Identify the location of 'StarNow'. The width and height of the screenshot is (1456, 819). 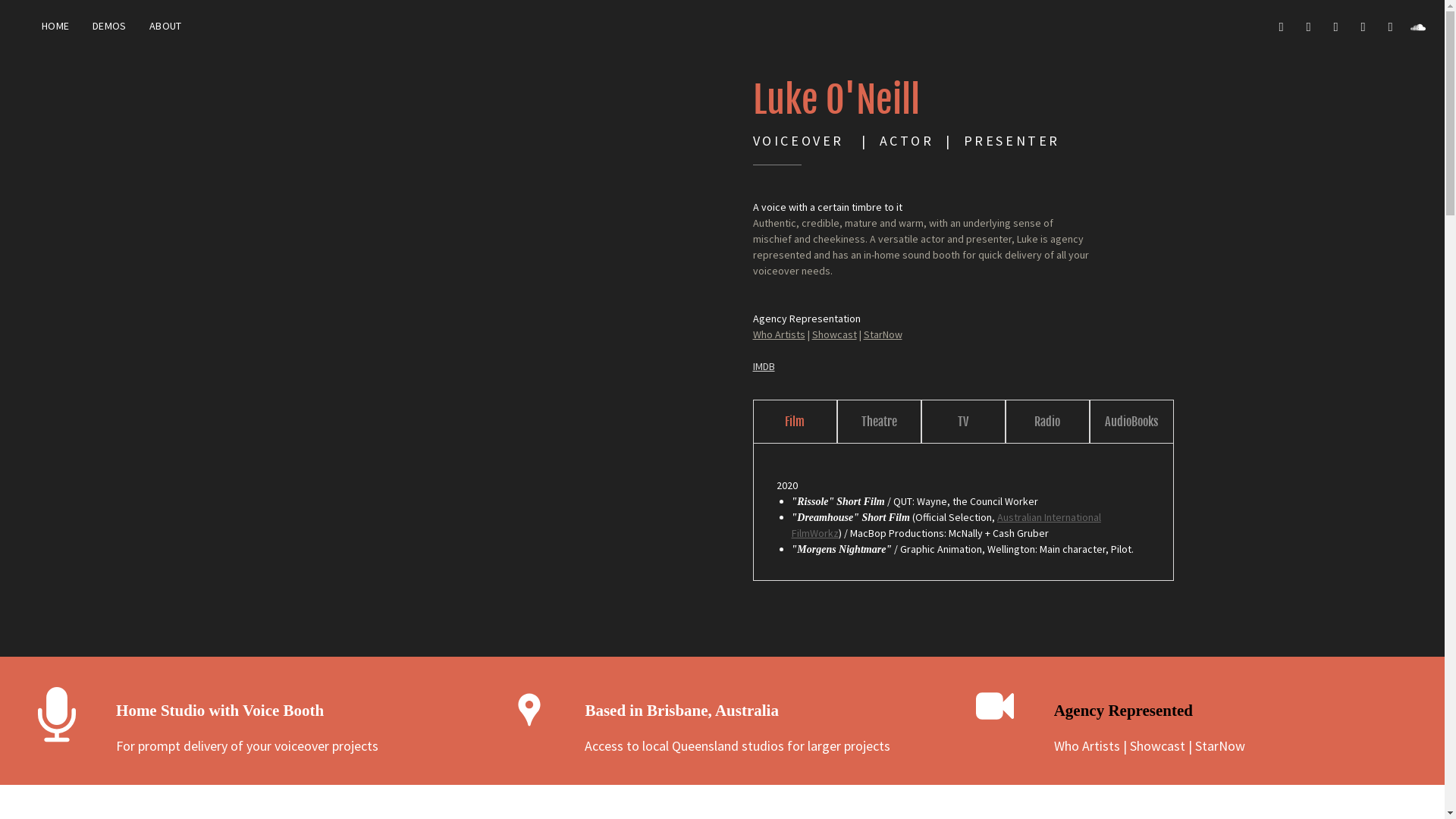
(1219, 745).